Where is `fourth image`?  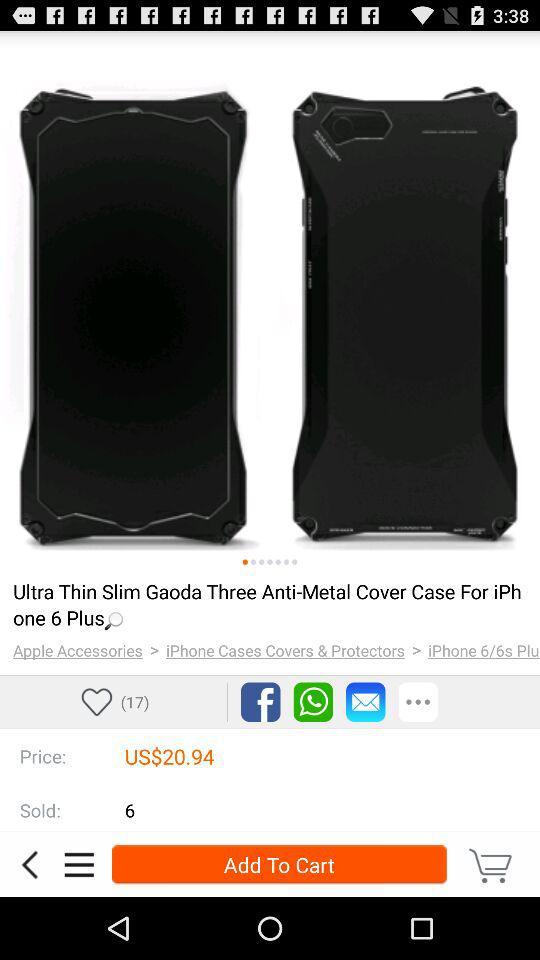
fourth image is located at coordinates (270, 562).